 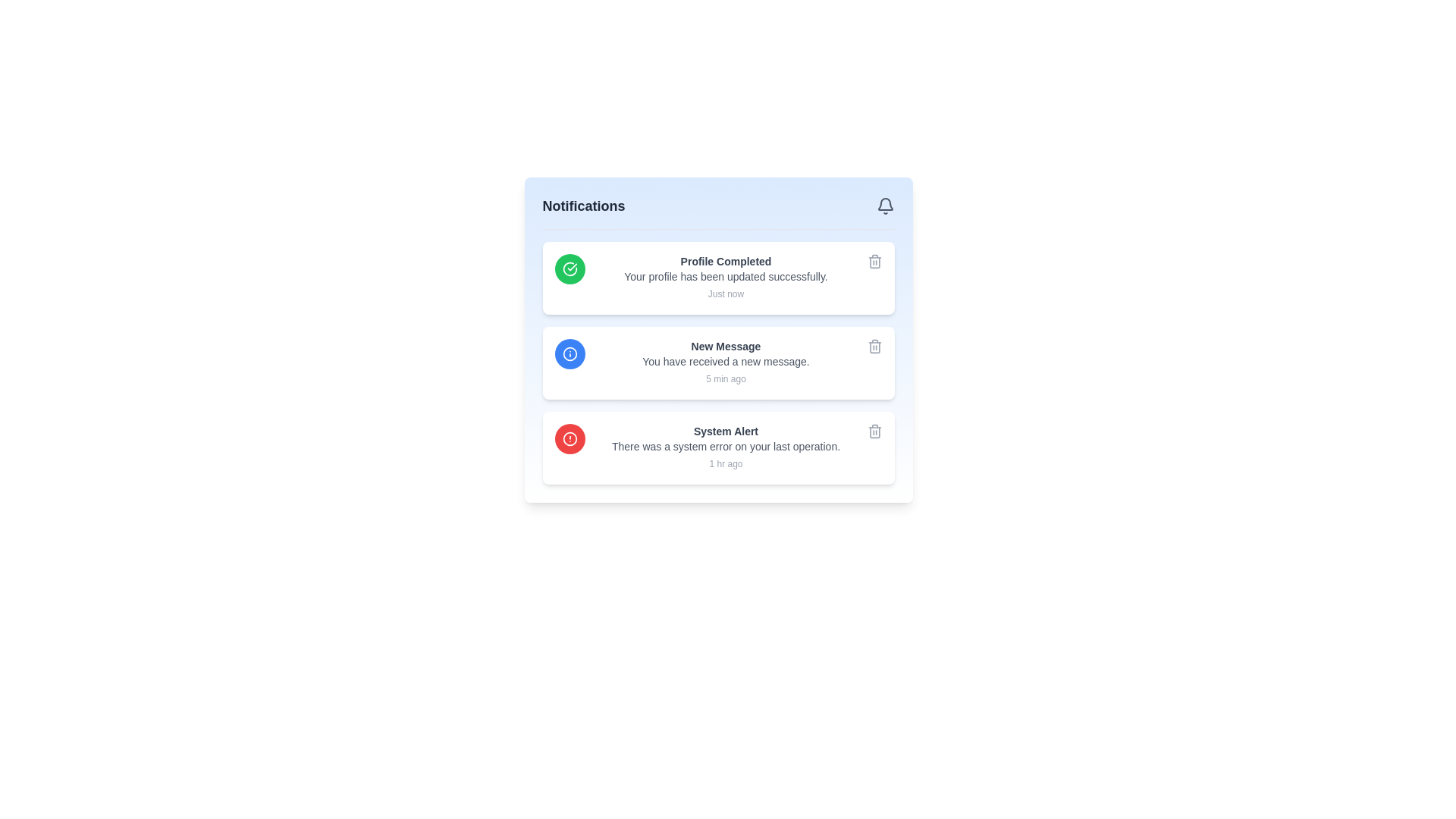 What do you see at coordinates (885, 203) in the screenshot?
I see `the notification icon button located at the top-right corner of the notification panel` at bounding box center [885, 203].